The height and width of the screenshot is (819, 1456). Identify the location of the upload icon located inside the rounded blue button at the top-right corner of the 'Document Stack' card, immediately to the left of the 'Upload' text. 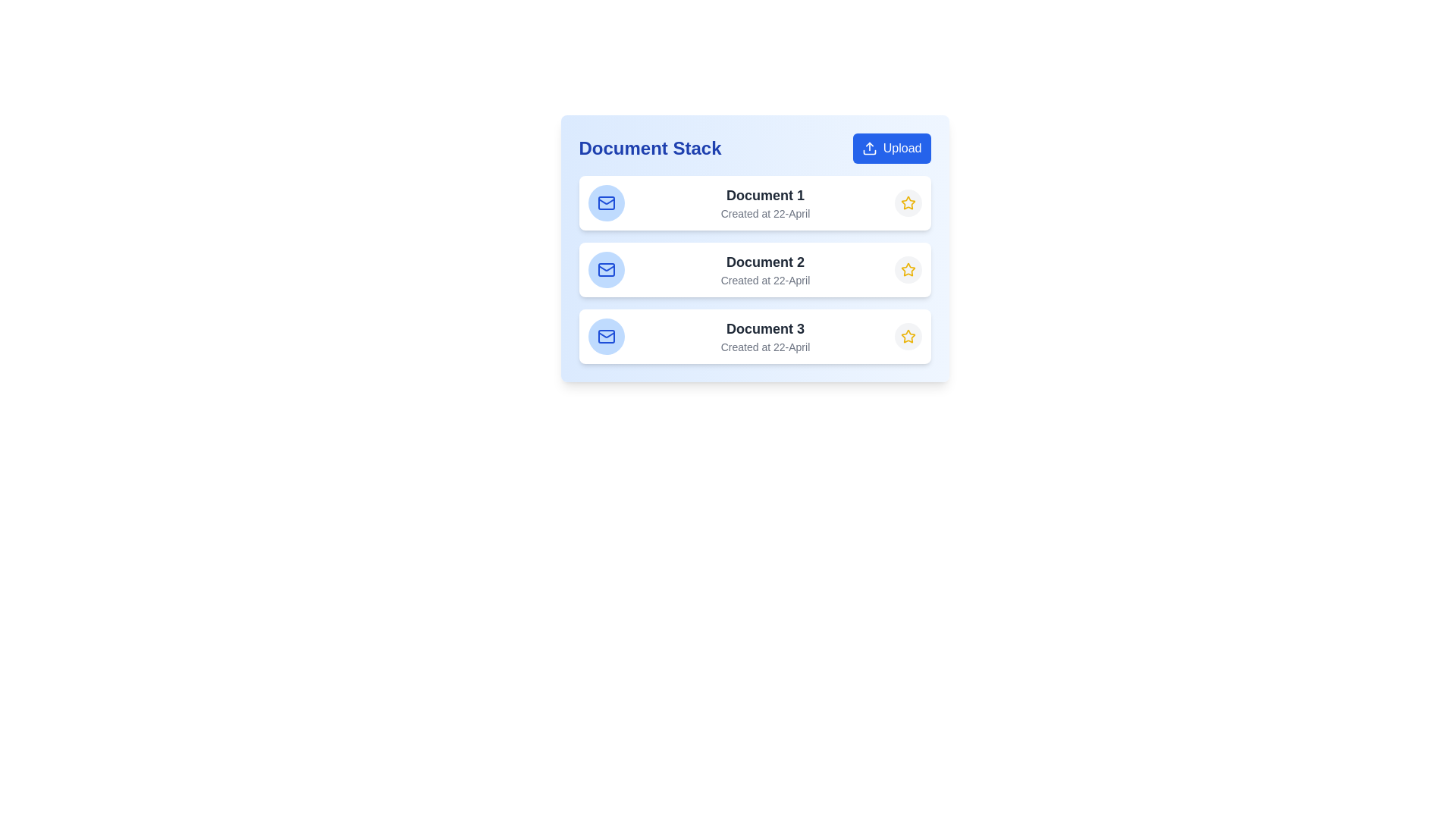
(869, 149).